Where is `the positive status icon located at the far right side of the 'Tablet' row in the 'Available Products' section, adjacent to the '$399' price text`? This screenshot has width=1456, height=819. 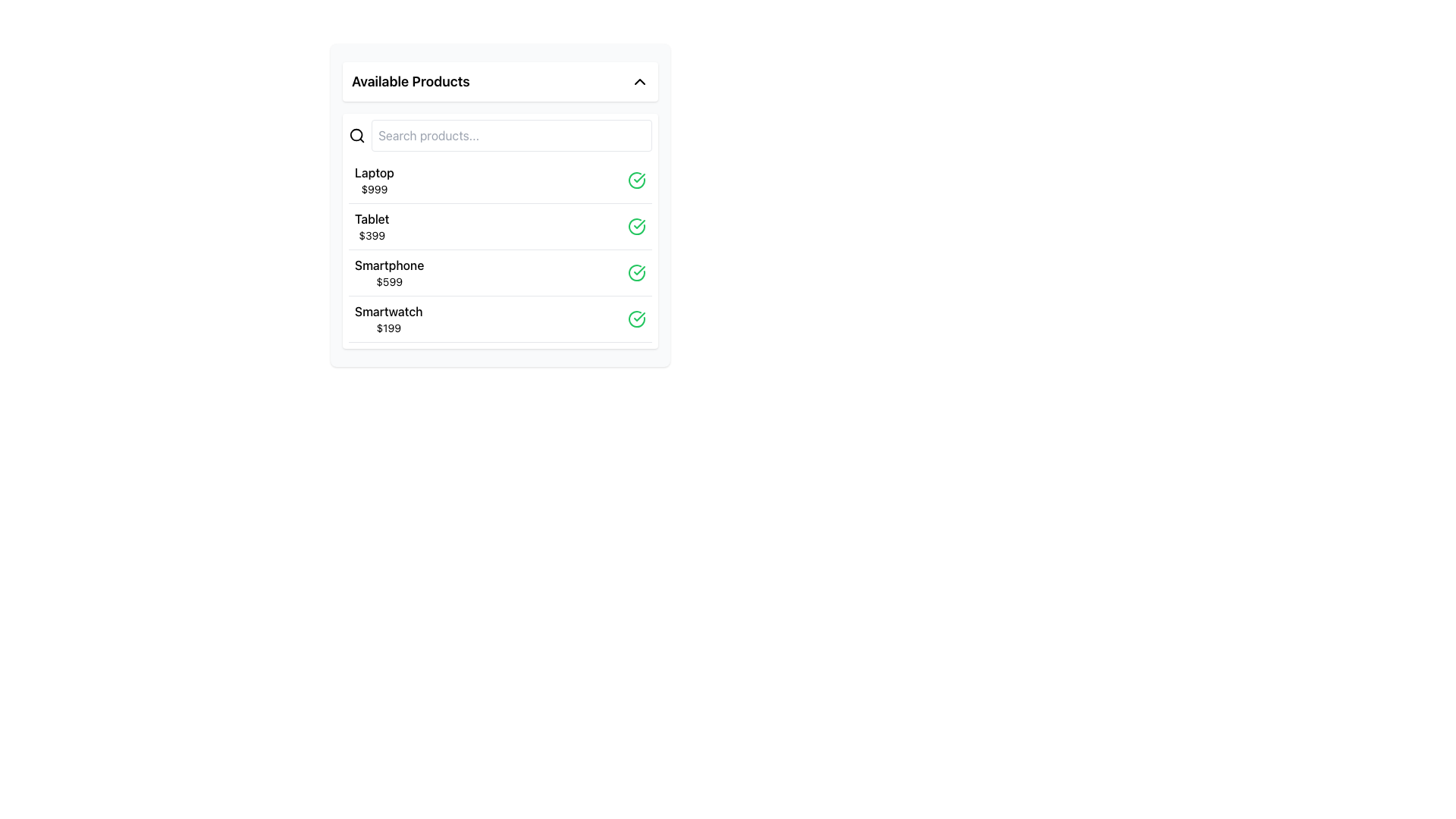 the positive status icon located at the far right side of the 'Tablet' row in the 'Available Products' section, adjacent to the '$399' price text is located at coordinates (637, 227).